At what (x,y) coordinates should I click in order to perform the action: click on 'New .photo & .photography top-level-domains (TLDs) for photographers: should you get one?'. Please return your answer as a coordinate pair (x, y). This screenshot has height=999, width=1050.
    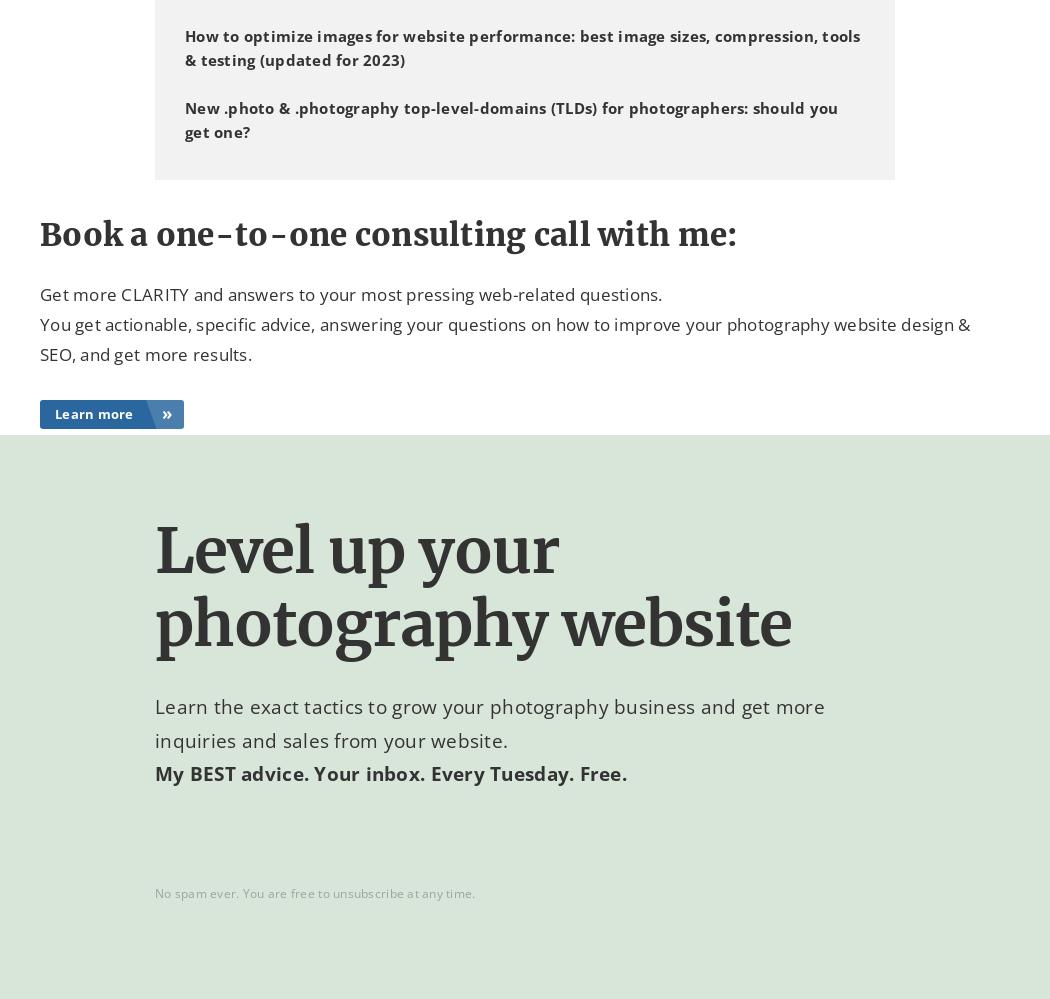
    Looking at the image, I should click on (510, 119).